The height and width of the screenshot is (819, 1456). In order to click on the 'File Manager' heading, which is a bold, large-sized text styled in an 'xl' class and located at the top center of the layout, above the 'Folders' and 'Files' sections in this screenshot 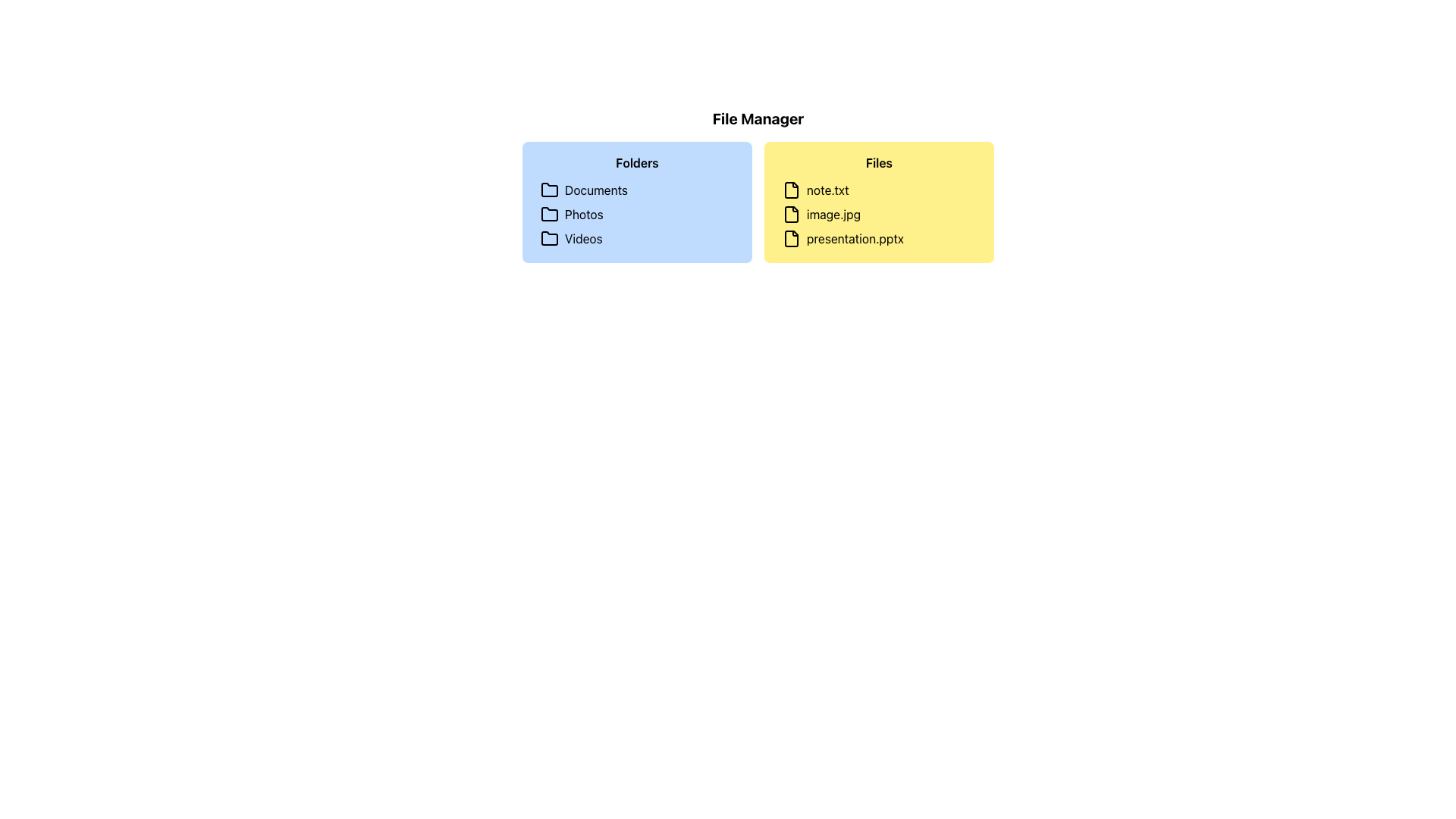, I will do `click(758, 118)`.